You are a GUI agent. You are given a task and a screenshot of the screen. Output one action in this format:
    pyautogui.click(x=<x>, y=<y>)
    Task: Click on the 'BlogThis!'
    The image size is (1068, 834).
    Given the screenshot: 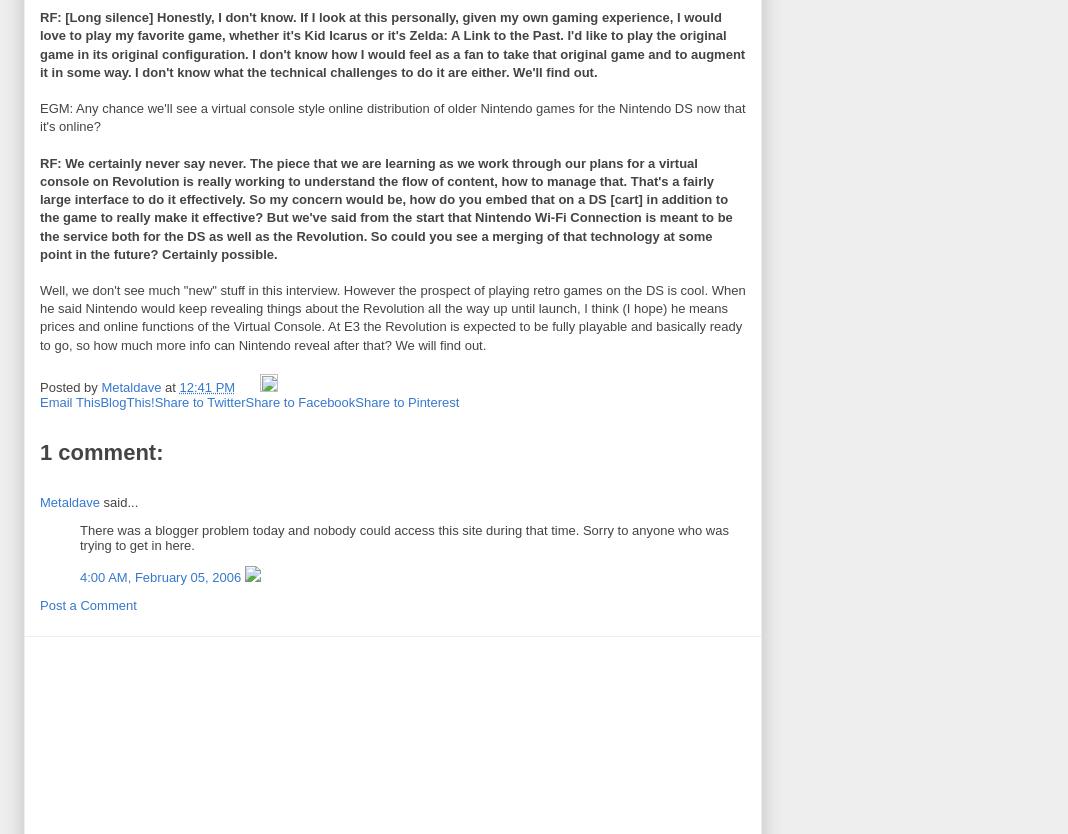 What is the action you would take?
    pyautogui.click(x=125, y=401)
    